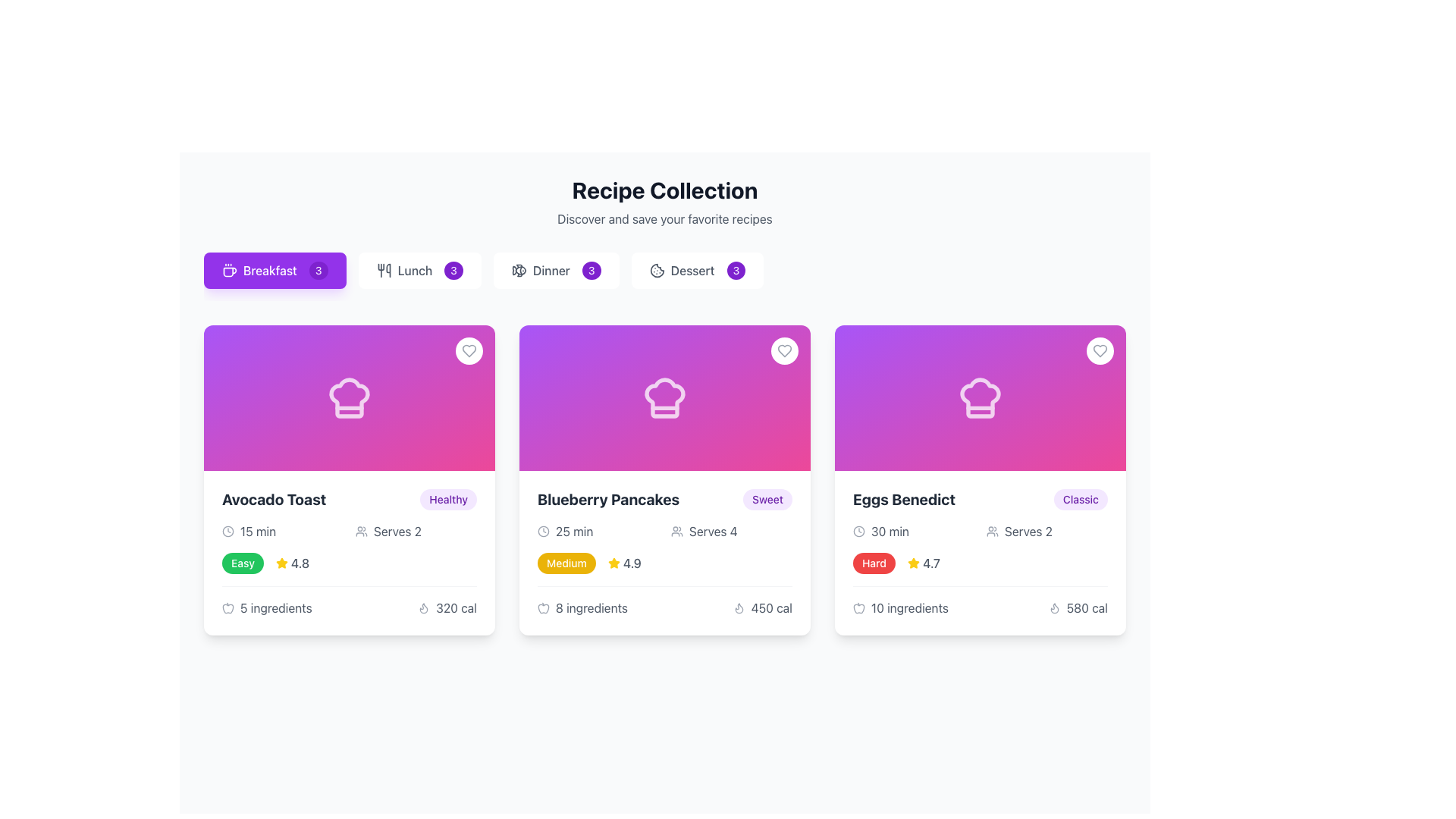 This screenshot has width=1456, height=819. What do you see at coordinates (676, 531) in the screenshot?
I see `the gray group avatars icon located to the left of the 'Serves 4' text in the second card labeled 'Blueberry Pancakes'` at bounding box center [676, 531].